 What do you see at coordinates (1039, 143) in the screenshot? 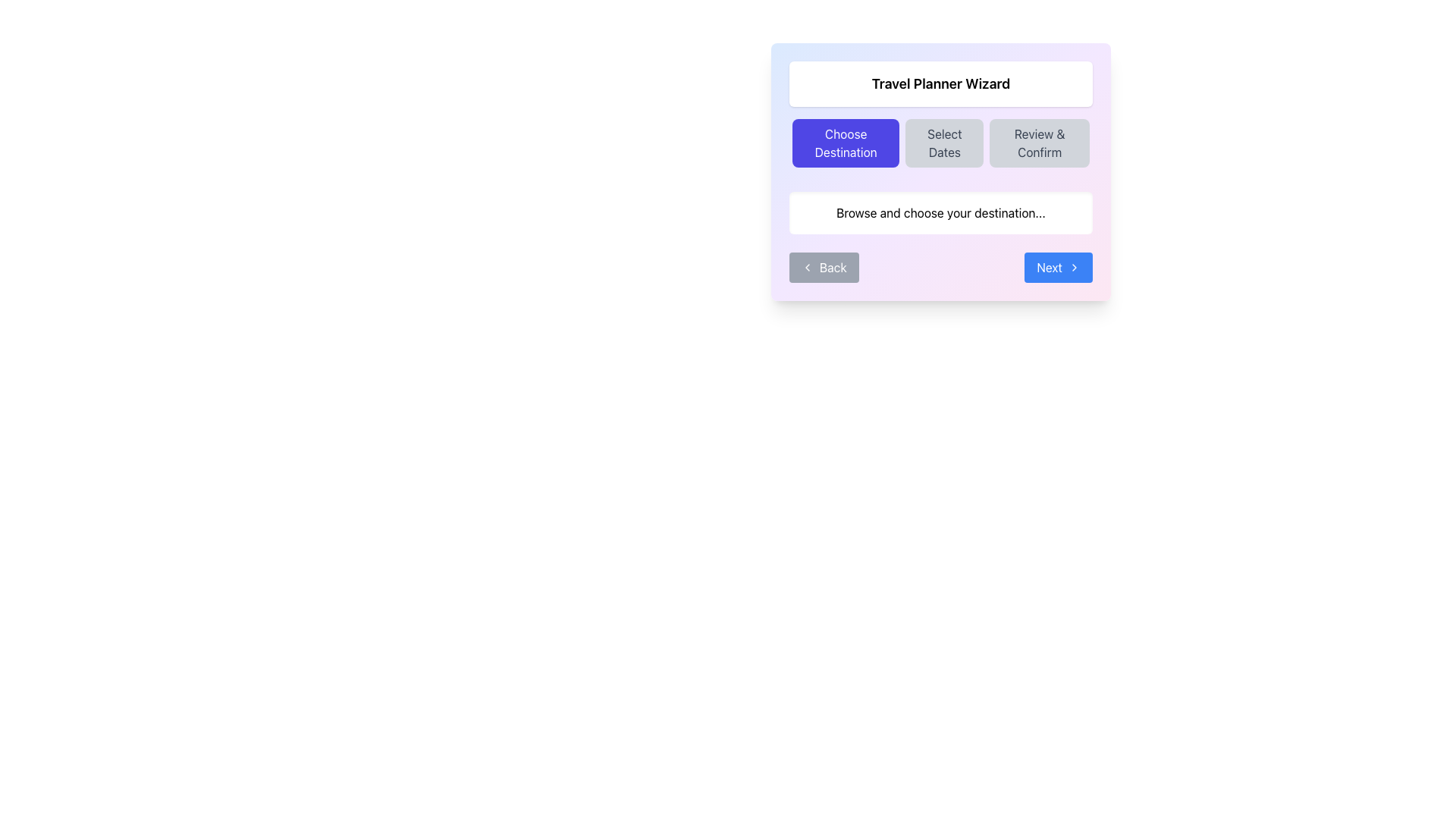
I see `the 'Review & Confirm' button, which is the third button in a row with a light gray background and gray text` at bounding box center [1039, 143].